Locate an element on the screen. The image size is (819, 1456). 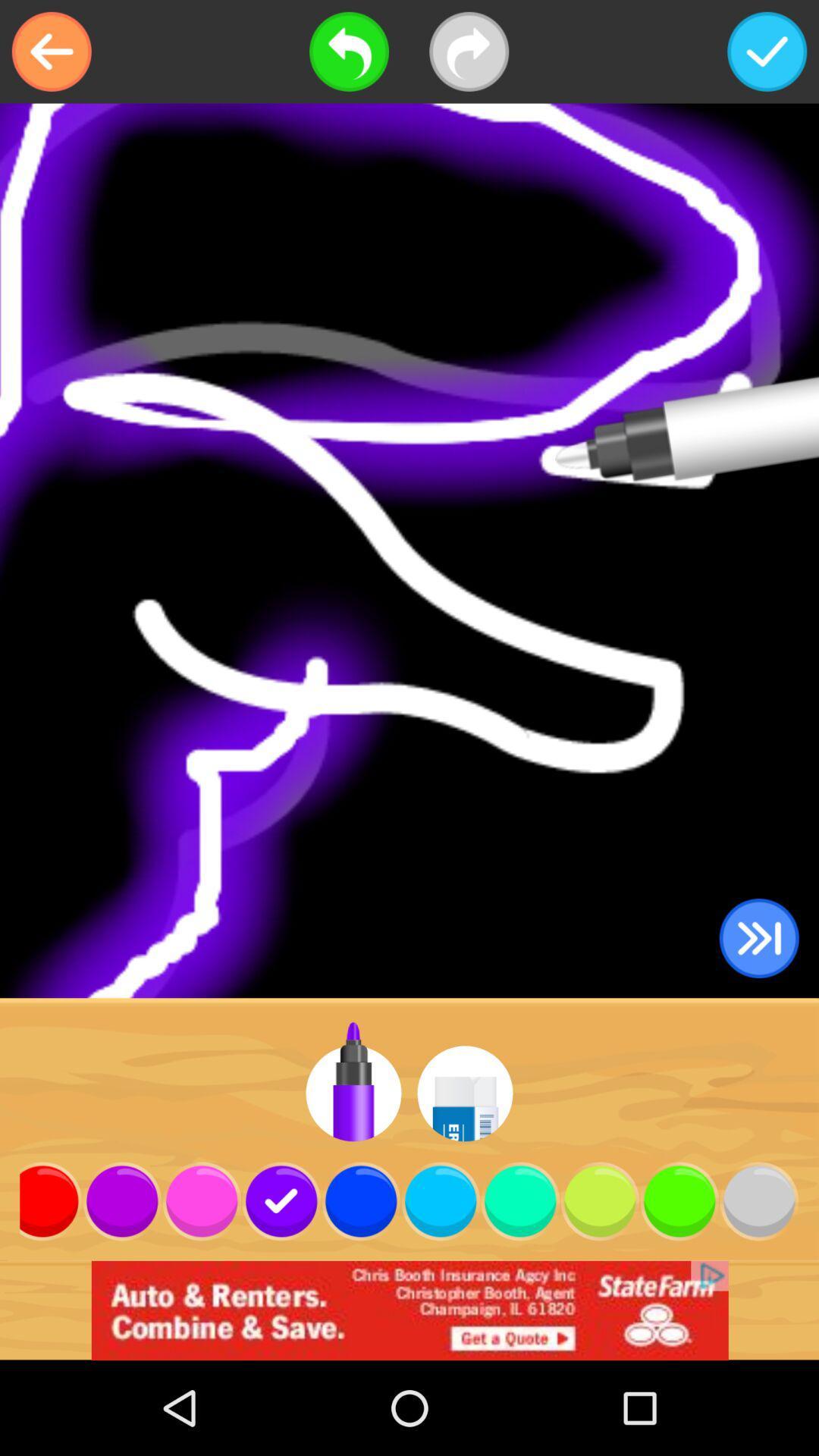
complete save done check mark is located at coordinates (767, 52).